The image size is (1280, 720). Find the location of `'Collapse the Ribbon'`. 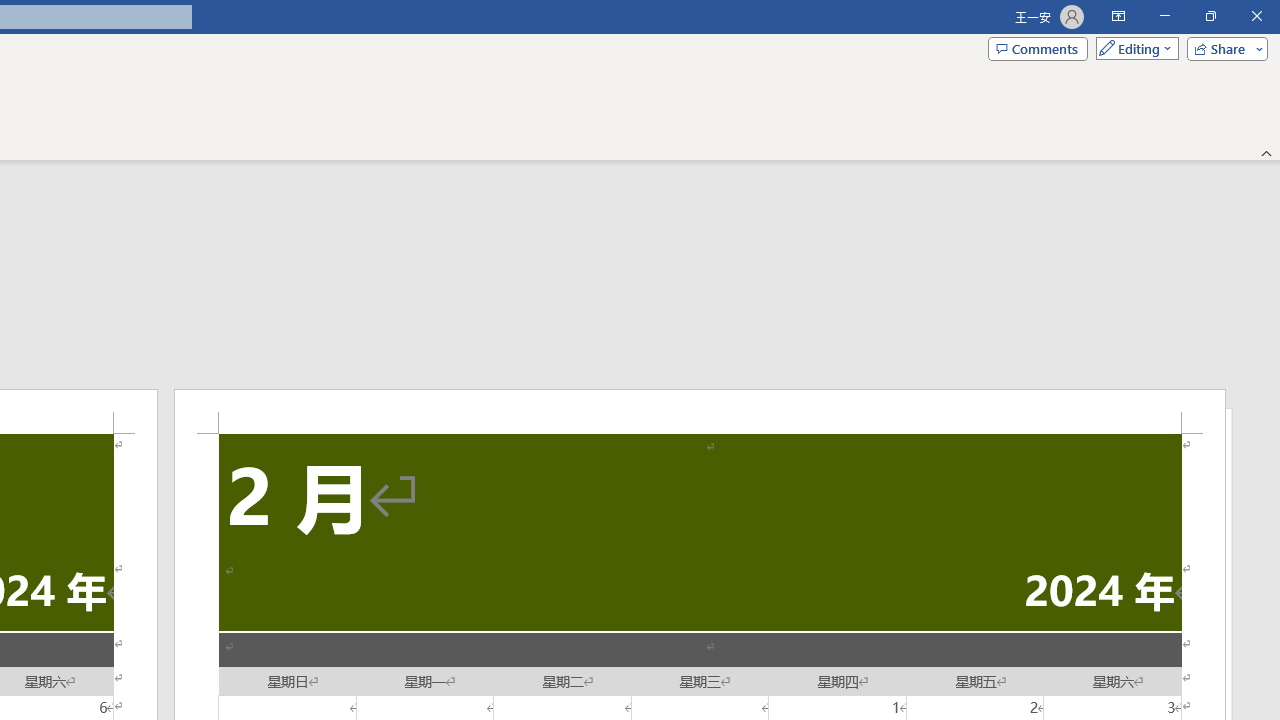

'Collapse the Ribbon' is located at coordinates (1266, 152).